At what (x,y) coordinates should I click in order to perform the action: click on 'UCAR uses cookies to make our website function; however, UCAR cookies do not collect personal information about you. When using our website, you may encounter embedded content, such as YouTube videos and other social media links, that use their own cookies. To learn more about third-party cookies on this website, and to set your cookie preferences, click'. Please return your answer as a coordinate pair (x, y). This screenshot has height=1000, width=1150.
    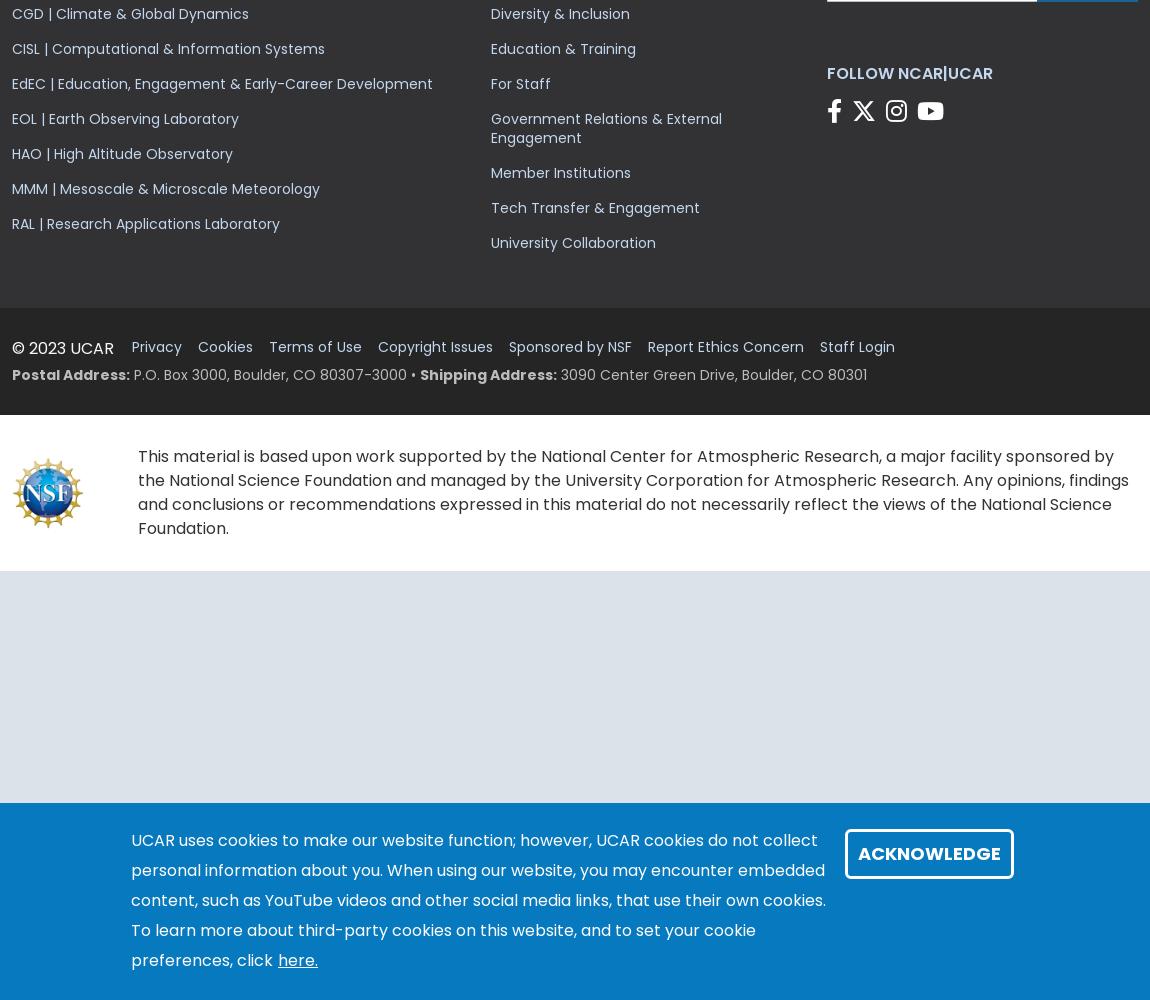
    Looking at the image, I should click on (478, 900).